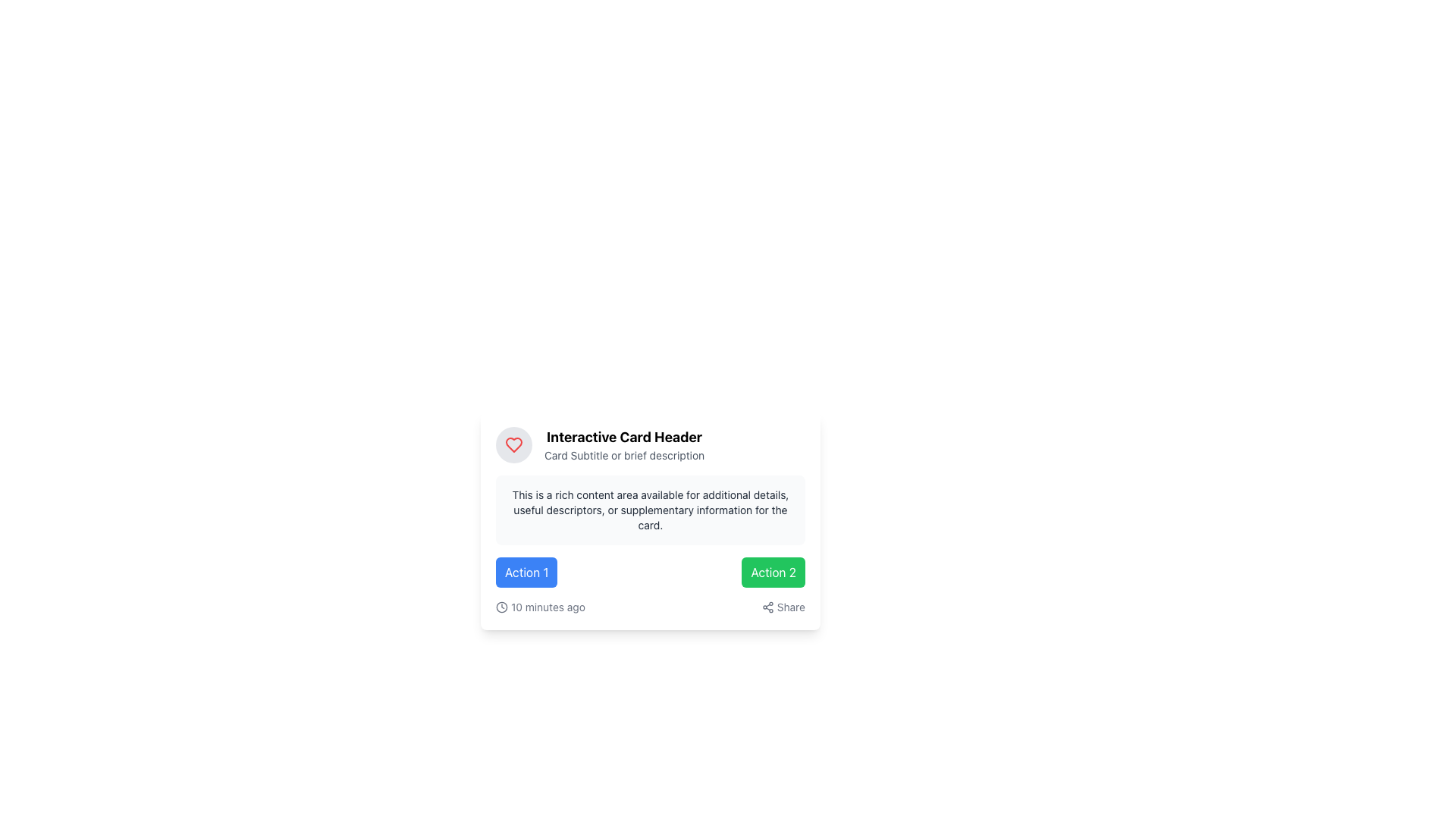 The width and height of the screenshot is (1456, 819). Describe the element at coordinates (526, 573) in the screenshot. I see `the rectangular blue button labeled 'Action 1'` at that location.